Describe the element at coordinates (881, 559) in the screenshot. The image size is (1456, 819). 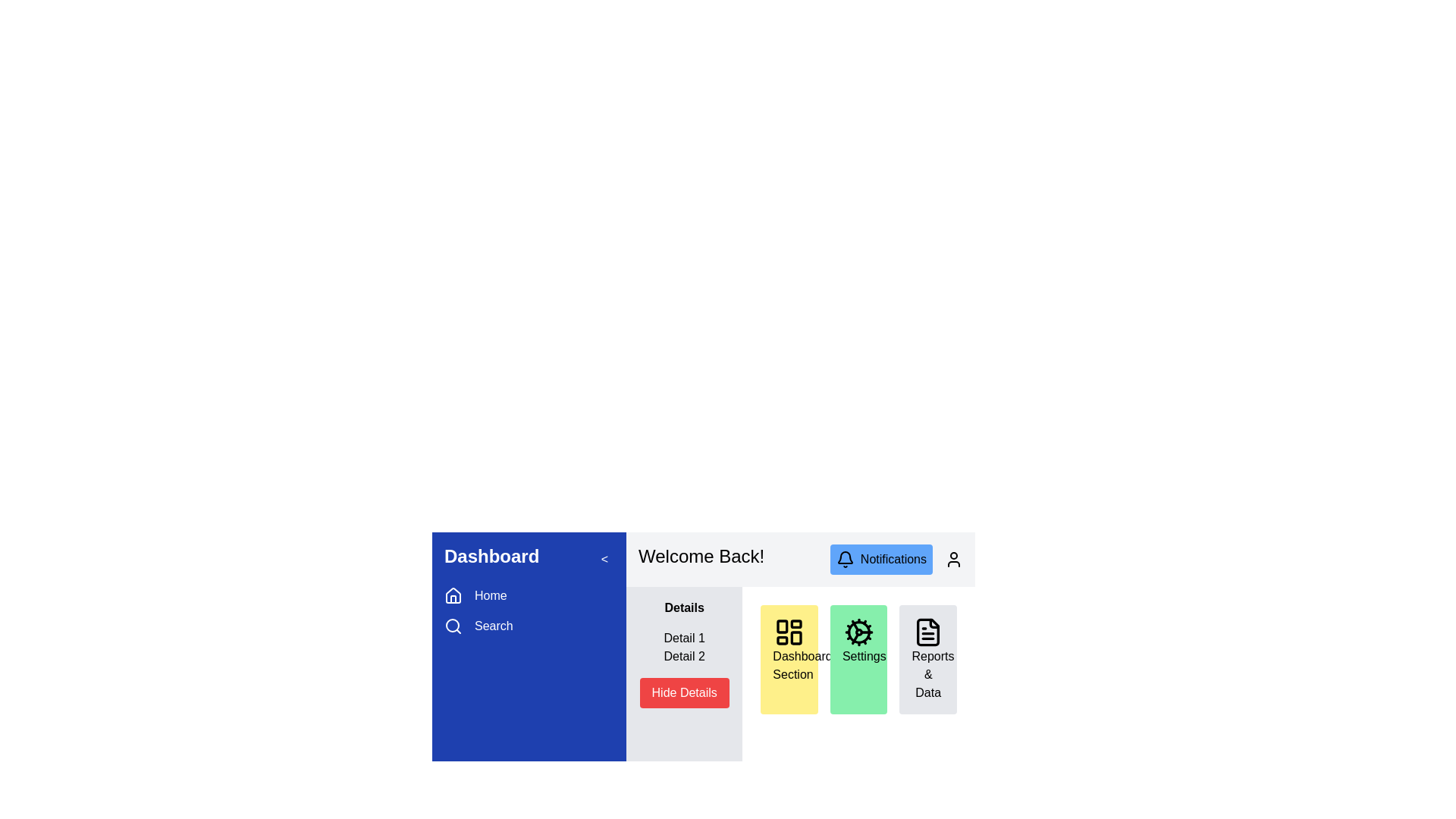
I see `the 'Notifications' button` at that location.